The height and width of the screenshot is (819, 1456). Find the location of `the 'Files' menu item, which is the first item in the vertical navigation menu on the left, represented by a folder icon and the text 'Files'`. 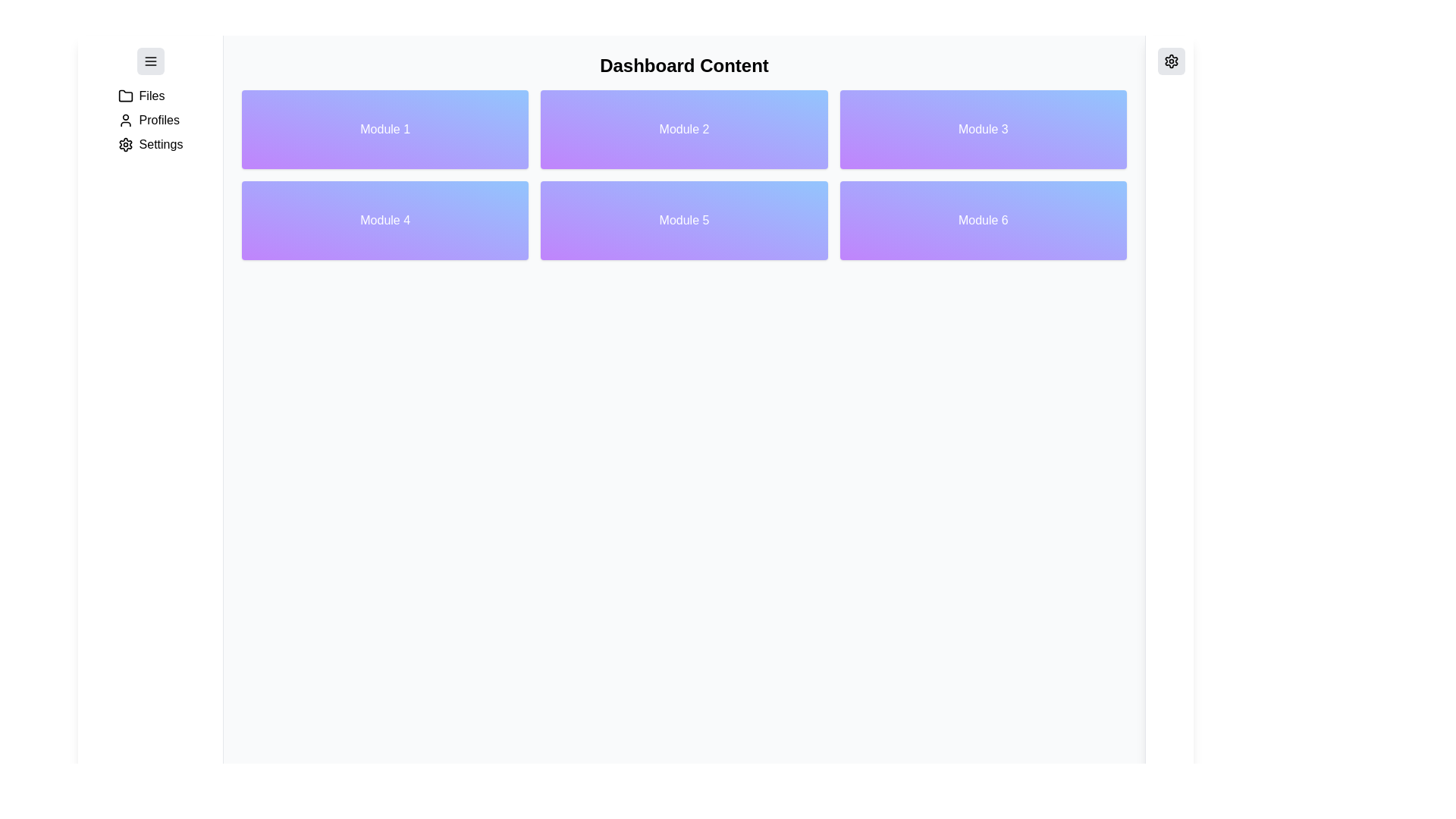

the 'Files' menu item, which is the first item in the vertical navigation menu on the left, represented by a folder icon and the text 'Files' is located at coordinates (150, 96).